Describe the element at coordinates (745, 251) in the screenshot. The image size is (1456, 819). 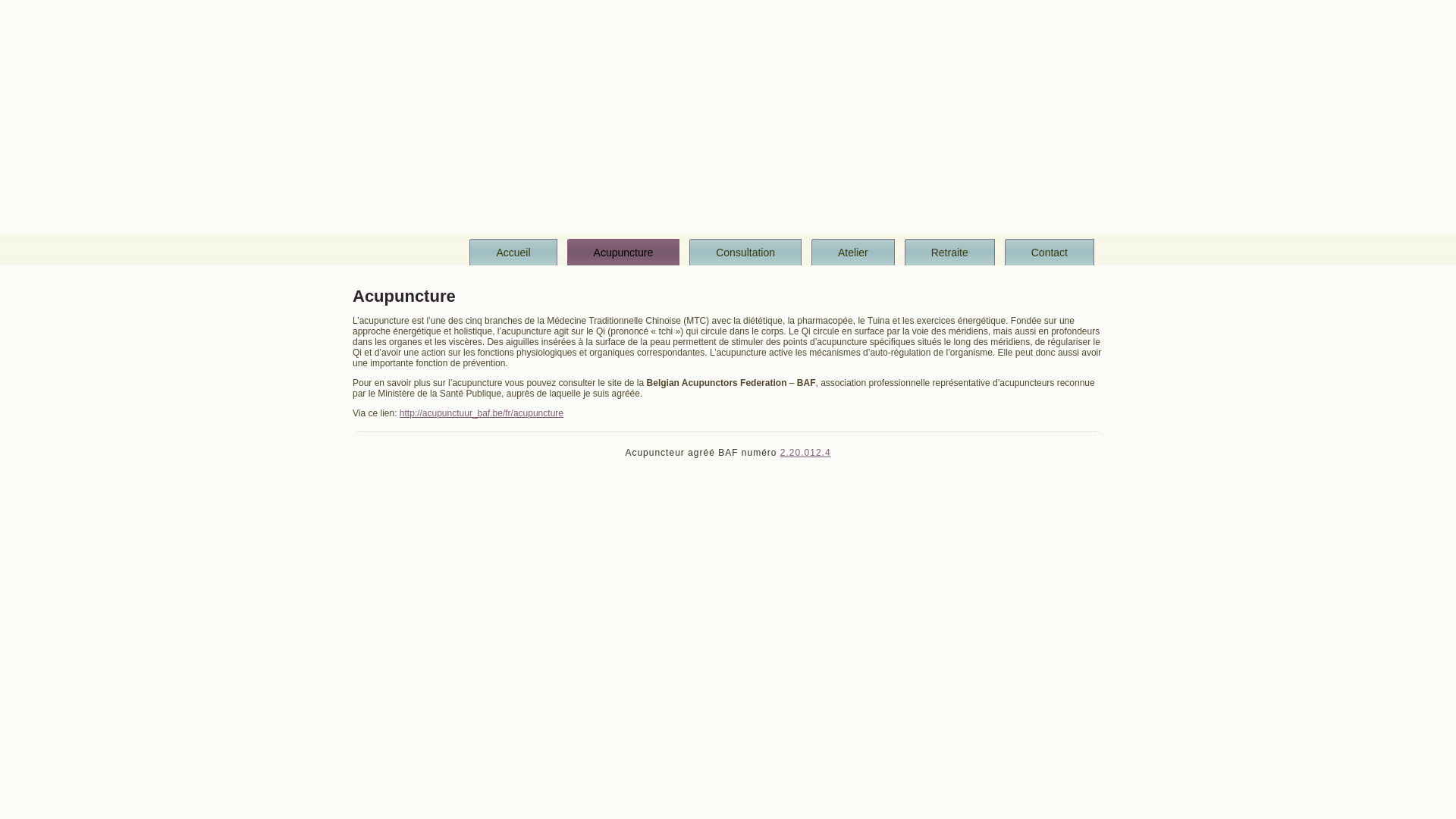
I see `'Consultation'` at that location.